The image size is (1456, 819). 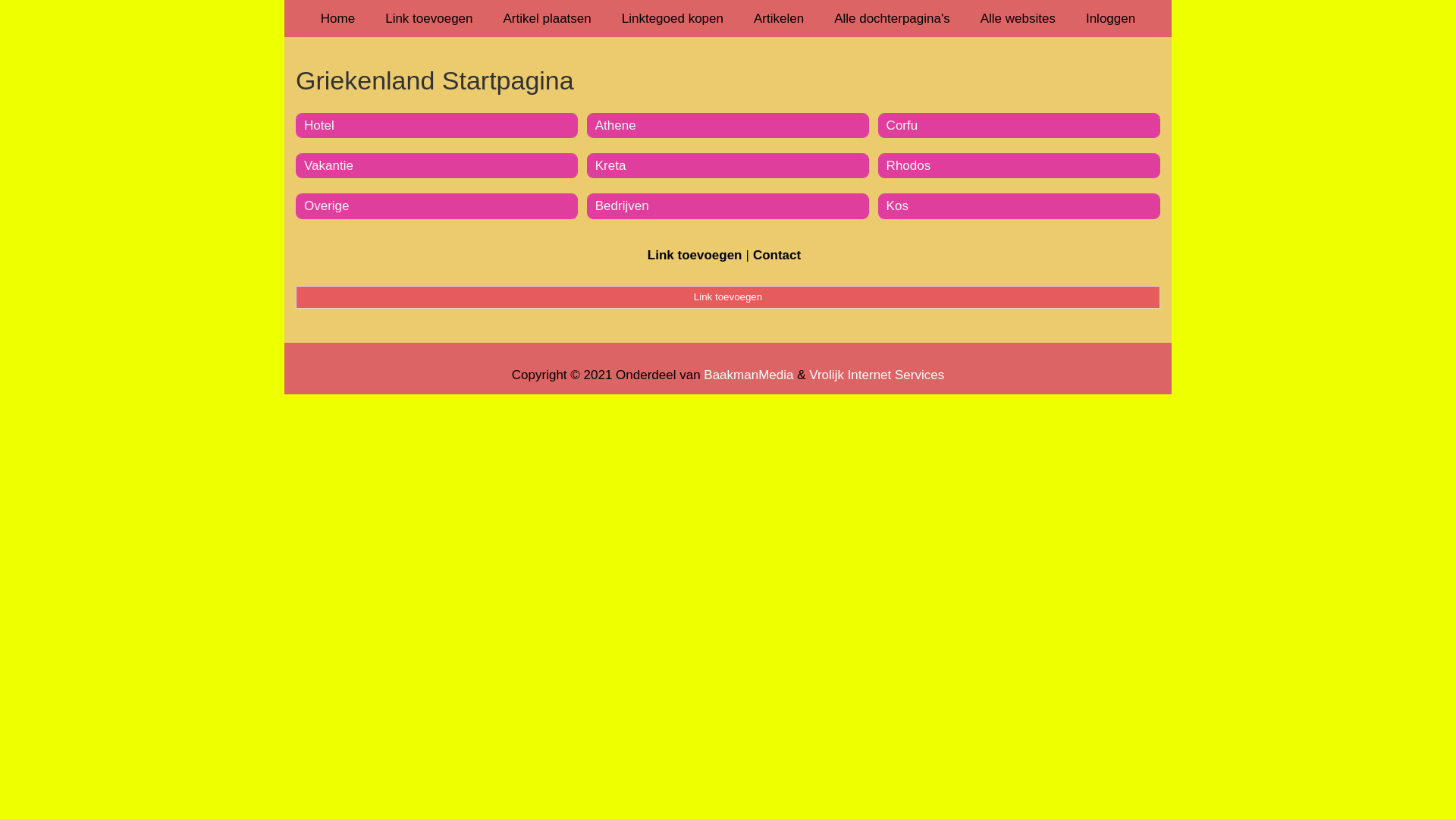 I want to click on 'Kreta', so click(x=610, y=165).